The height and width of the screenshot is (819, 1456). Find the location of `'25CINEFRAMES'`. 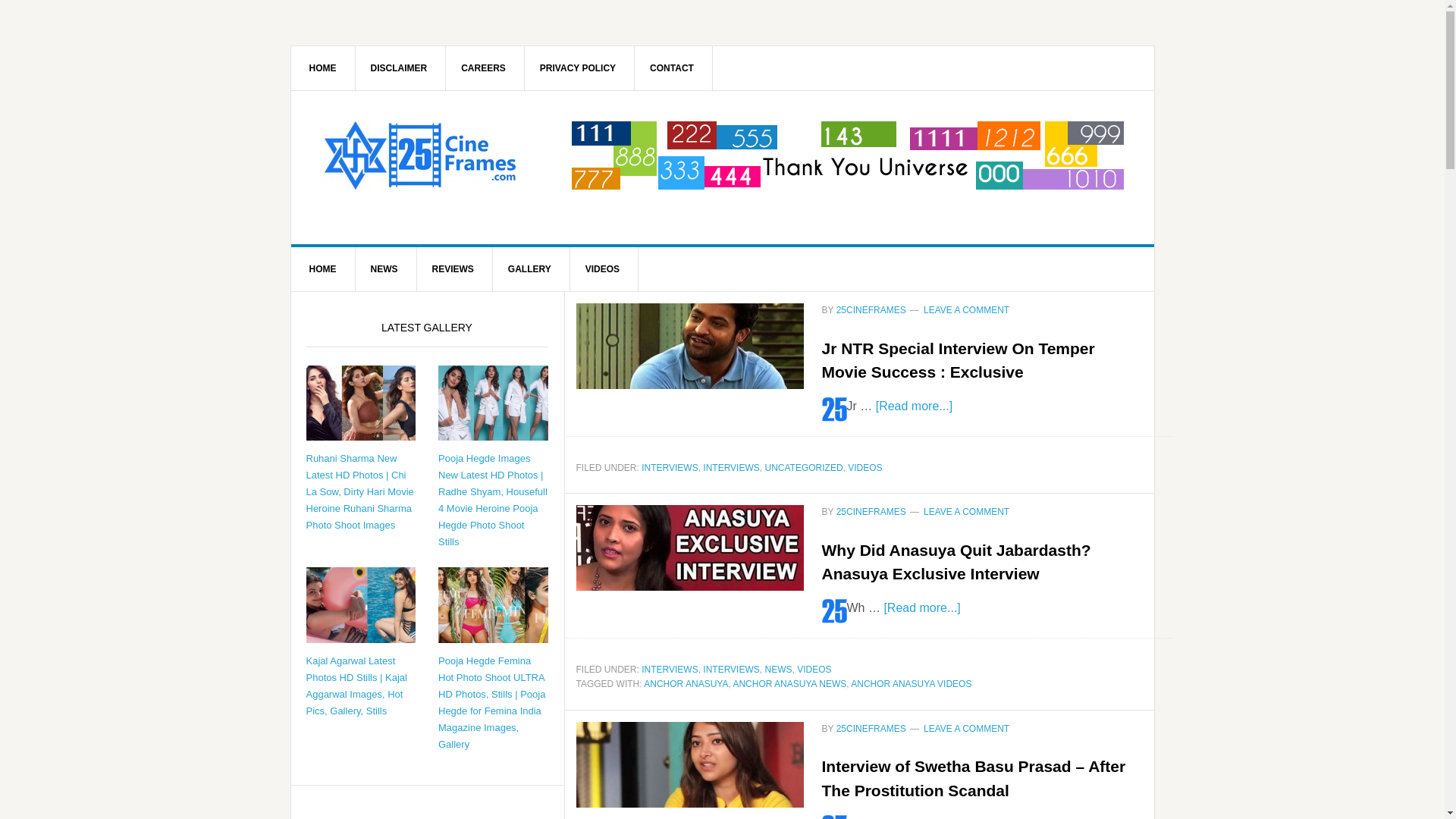

'25CINEFRAMES' is located at coordinates (419, 155).